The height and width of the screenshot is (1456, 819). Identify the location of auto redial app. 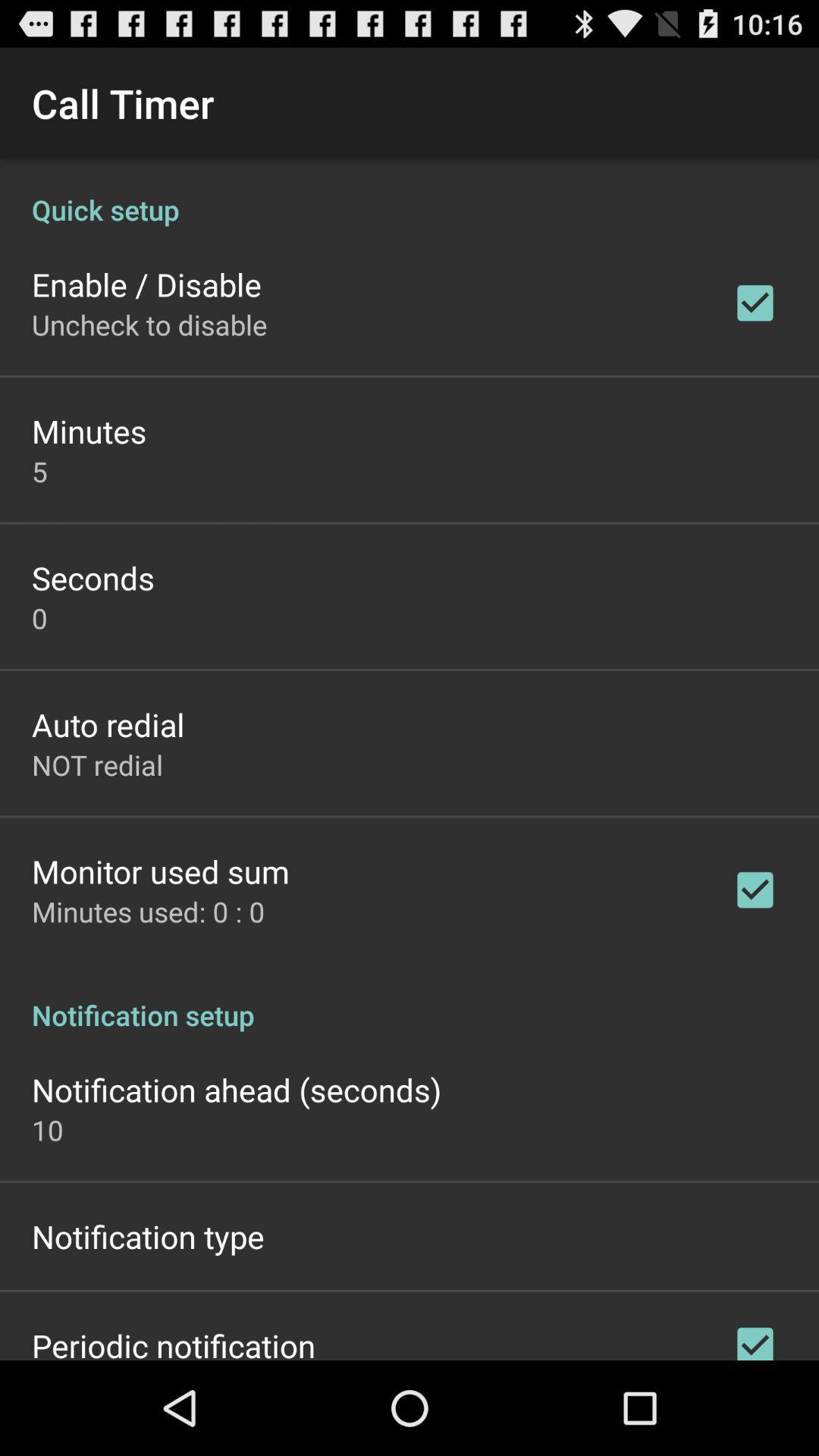
(107, 723).